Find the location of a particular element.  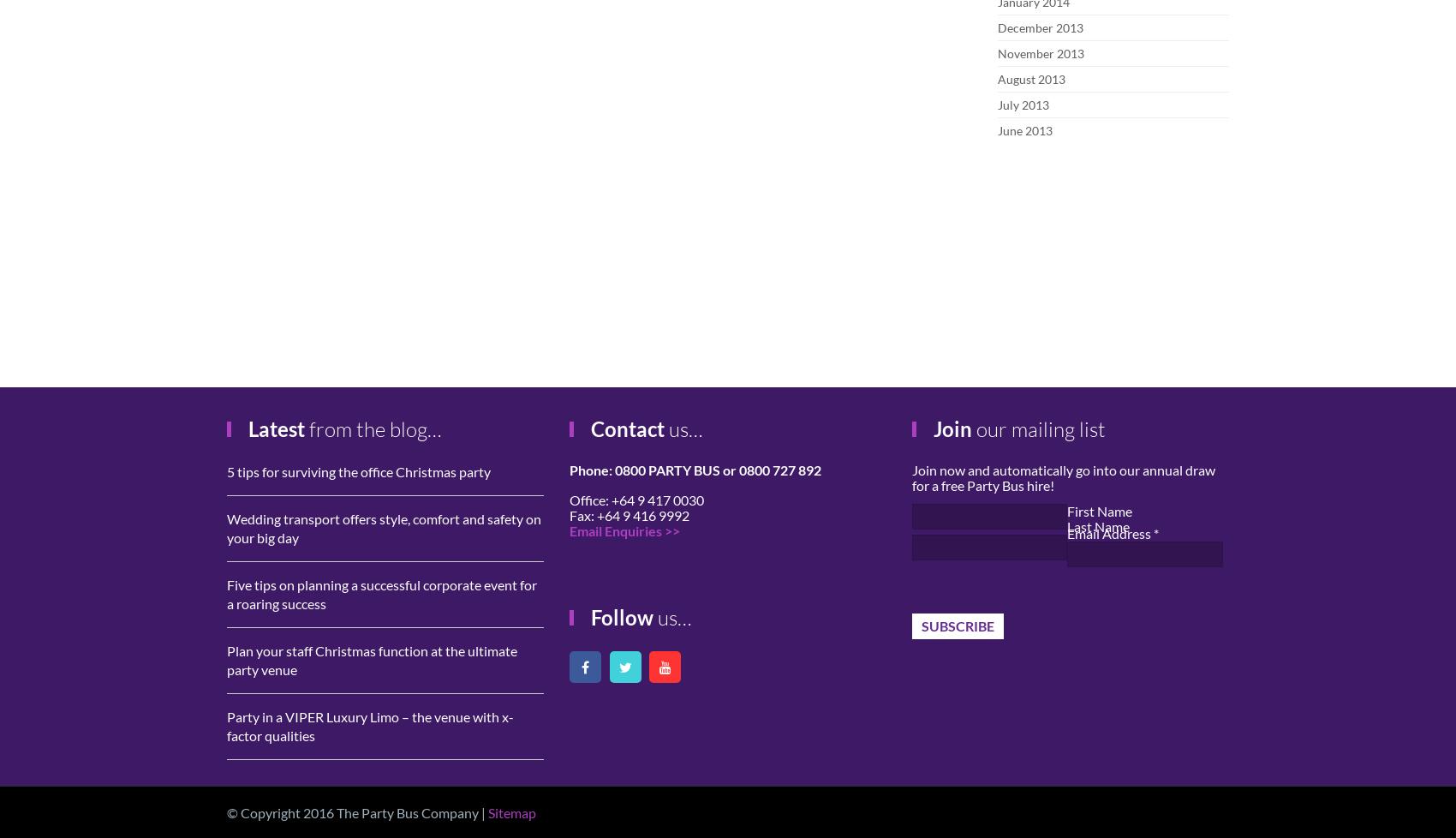

'Follow' is located at coordinates (622, 617).